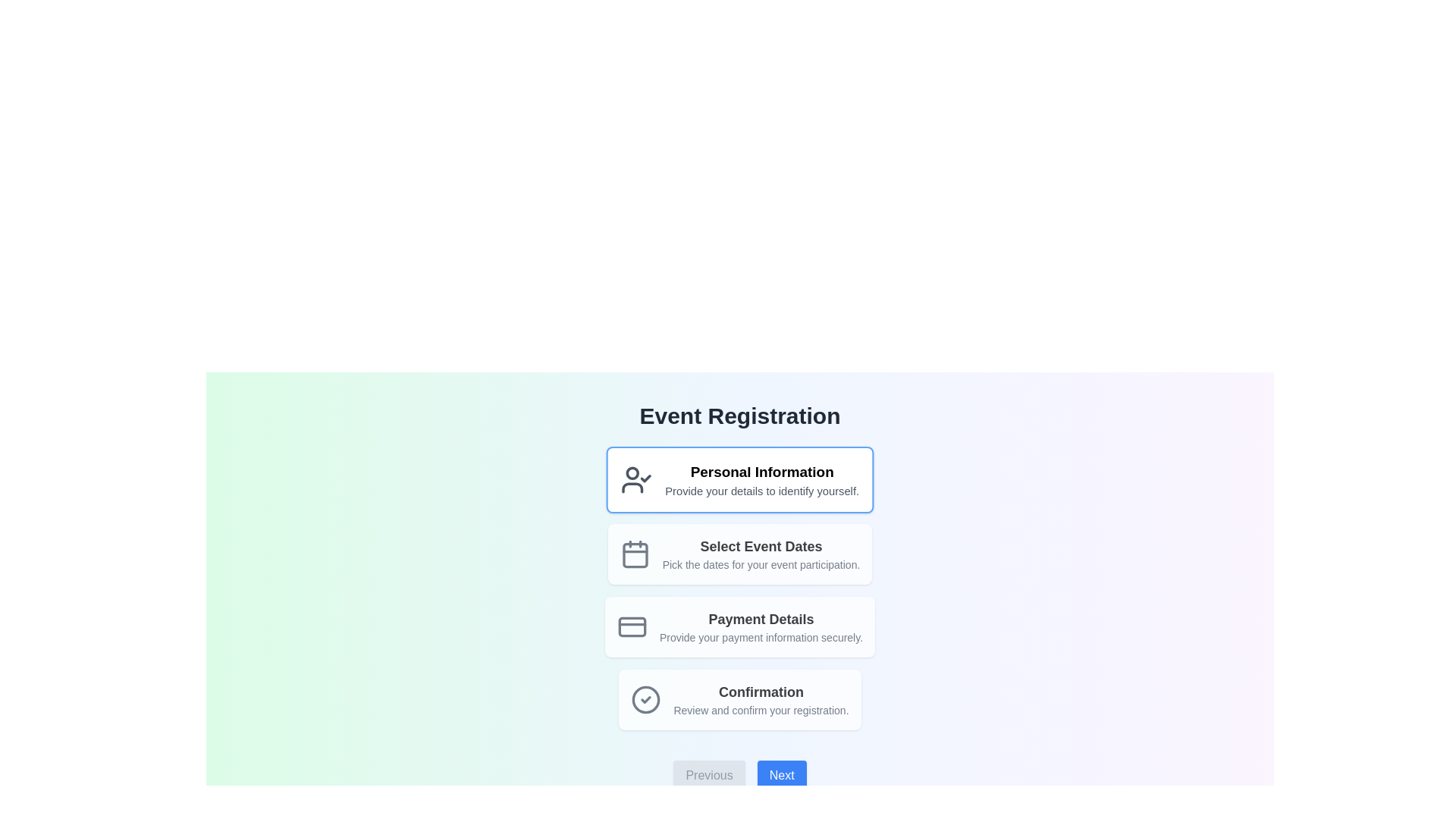  I want to click on the 'Personal Information' header element, which features bold black title text and a gray subtitle, located at the top of the vertical list of options under 'Event Registration.', so click(762, 479).